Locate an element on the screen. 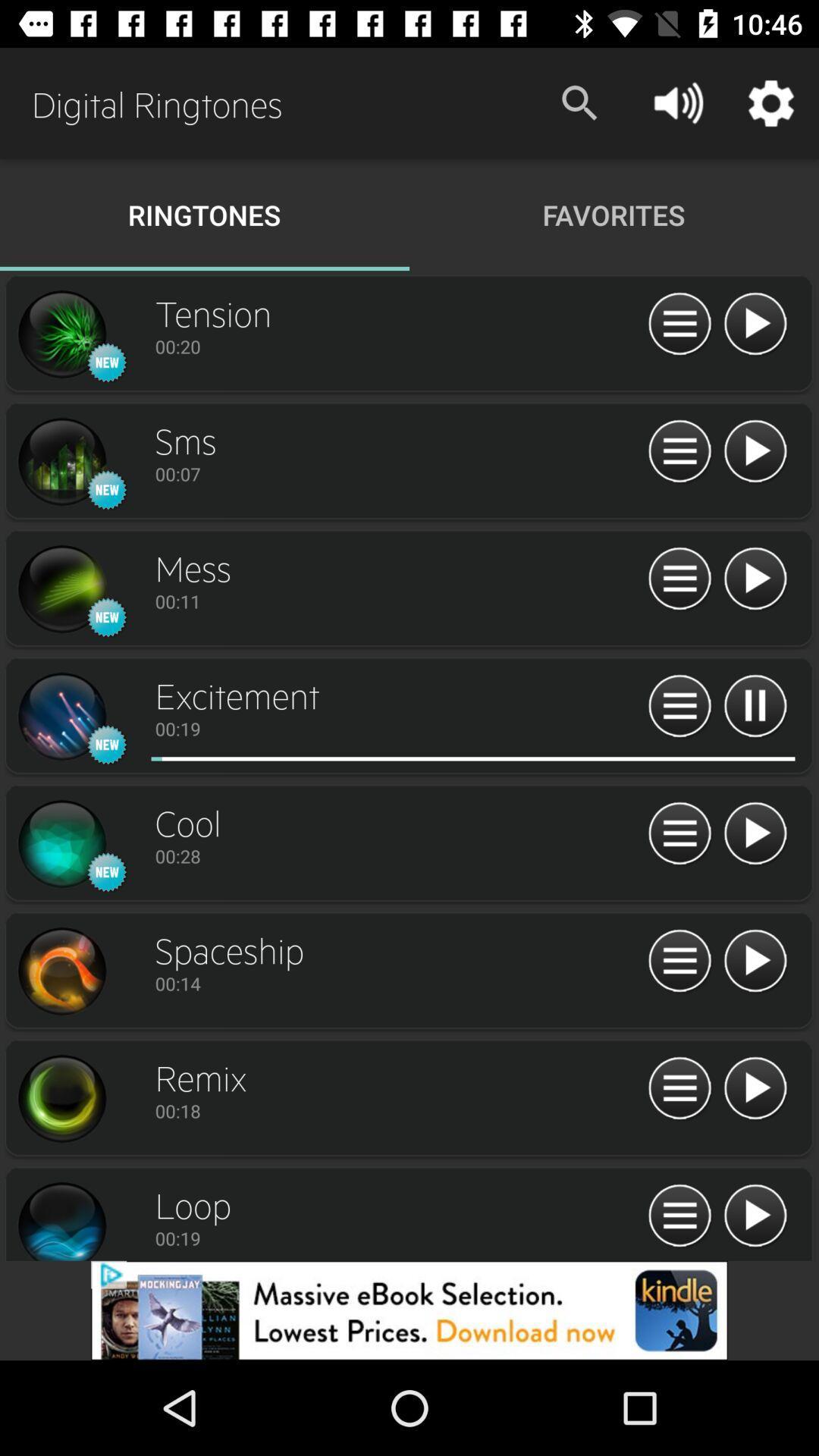 This screenshot has width=819, height=1456. ringtone is located at coordinates (61, 1099).